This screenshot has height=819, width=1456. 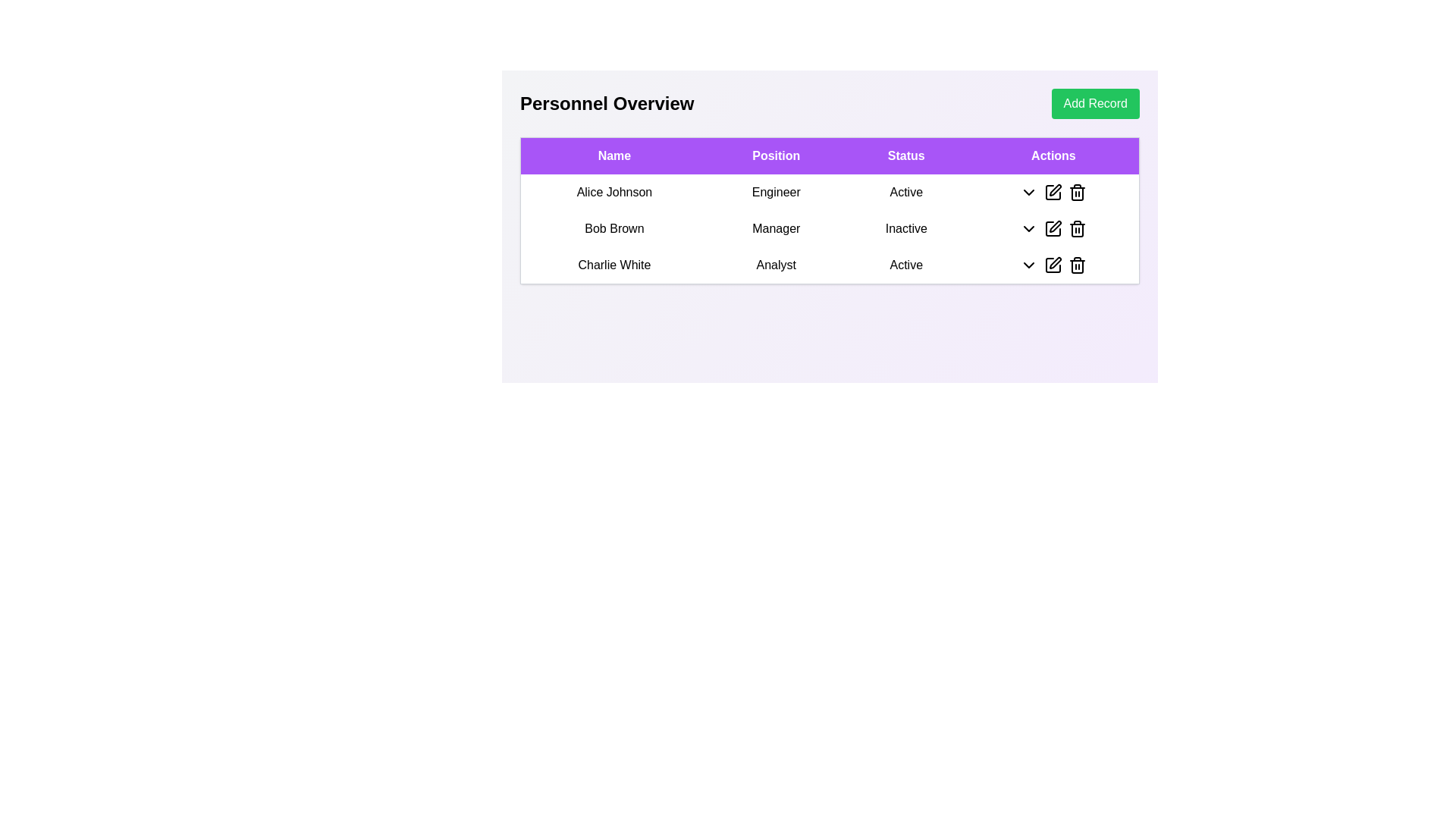 I want to click on the table cell that displays the job role 'Analyst' for the individual 'Charlie White' in the third row of the table under the 'Position' column, so click(x=776, y=265).